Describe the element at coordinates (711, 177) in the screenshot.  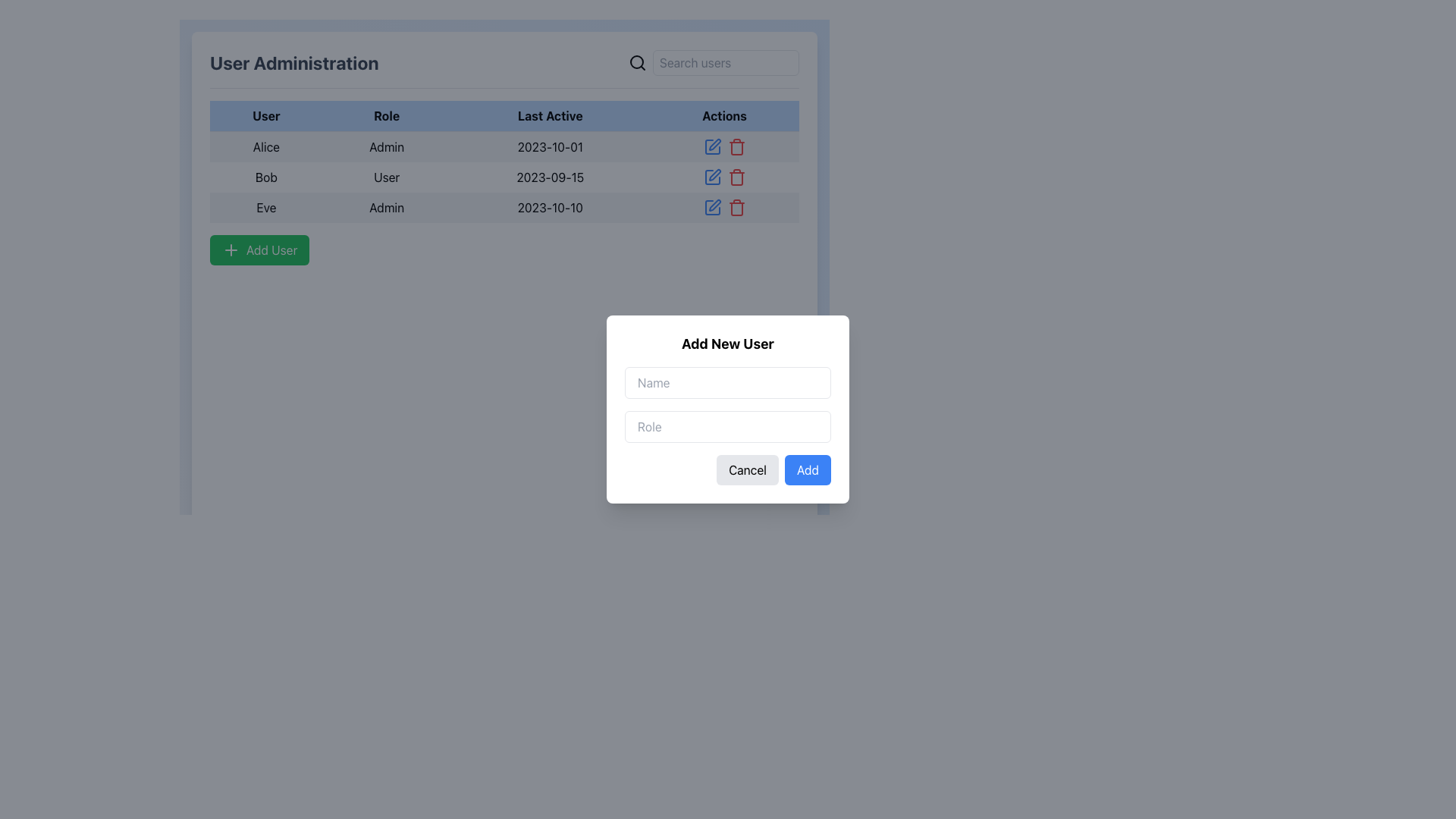
I see `the interactive edit icon in the 'Actions' column for the user 'Bob', which is the first element before the red trash icon` at that location.